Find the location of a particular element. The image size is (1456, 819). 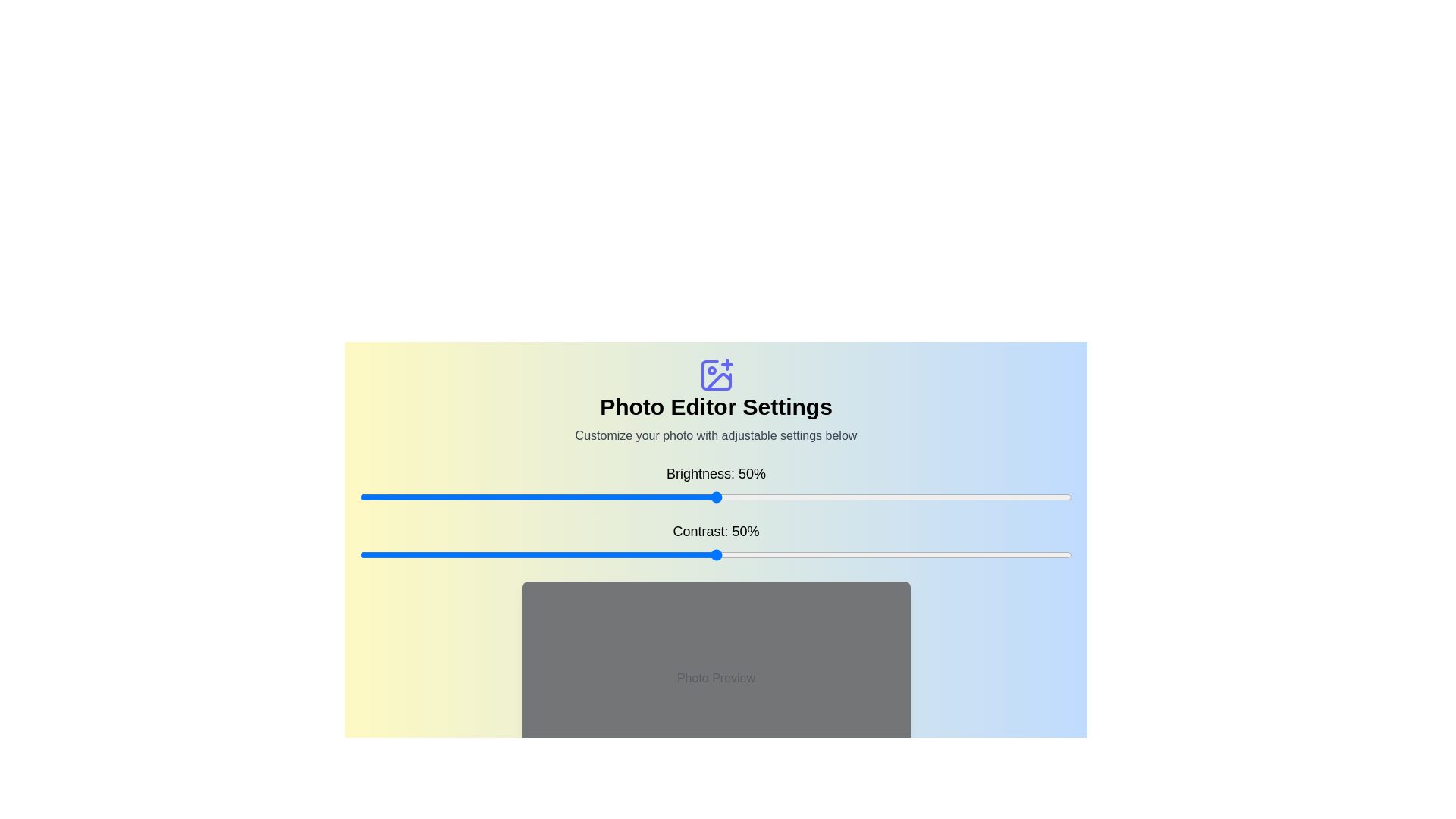

the photo preview area to focus or select it is located at coordinates (715, 677).